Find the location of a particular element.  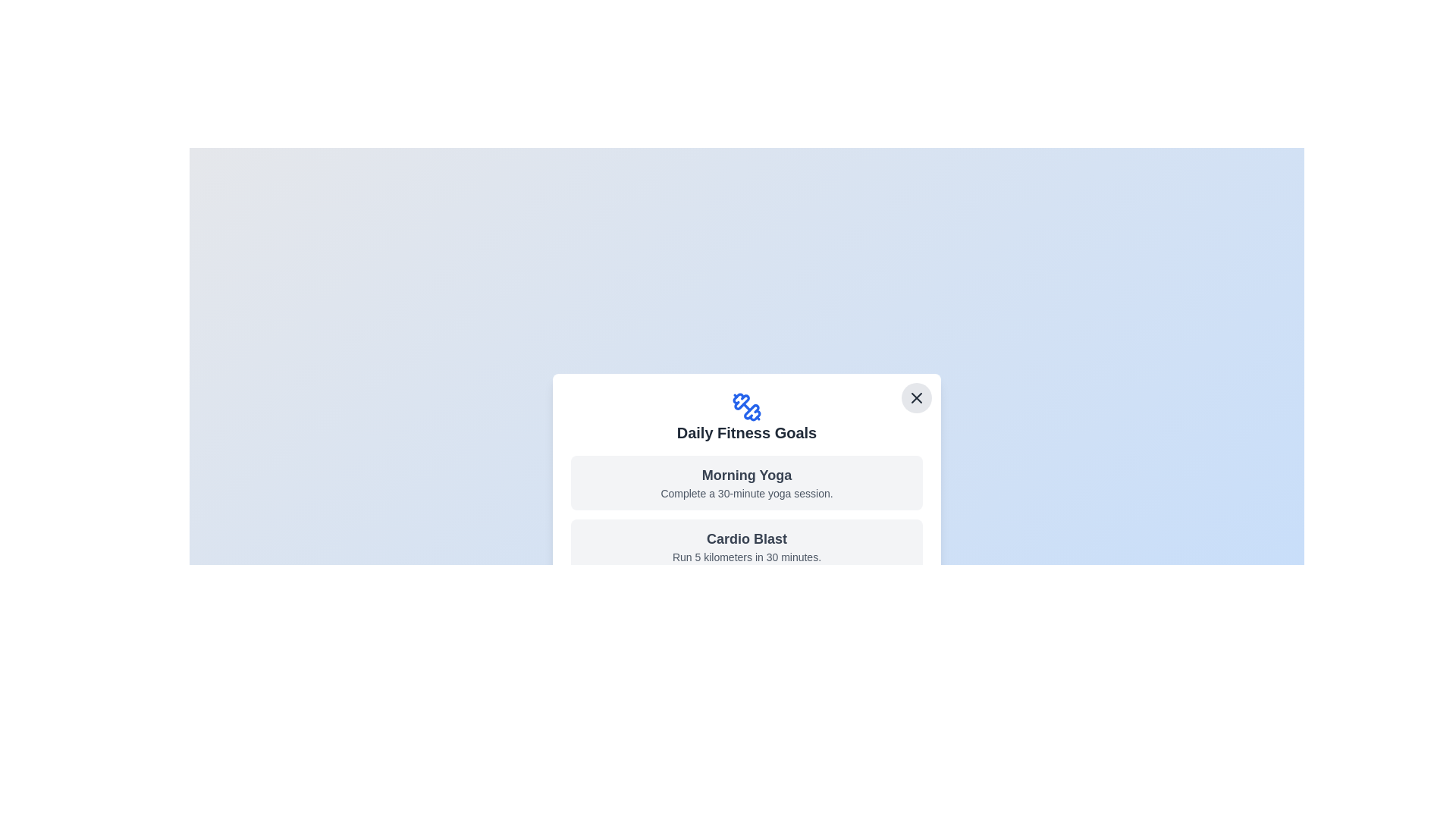

the 'Morning Yoga' informative card component is located at coordinates (746, 482).